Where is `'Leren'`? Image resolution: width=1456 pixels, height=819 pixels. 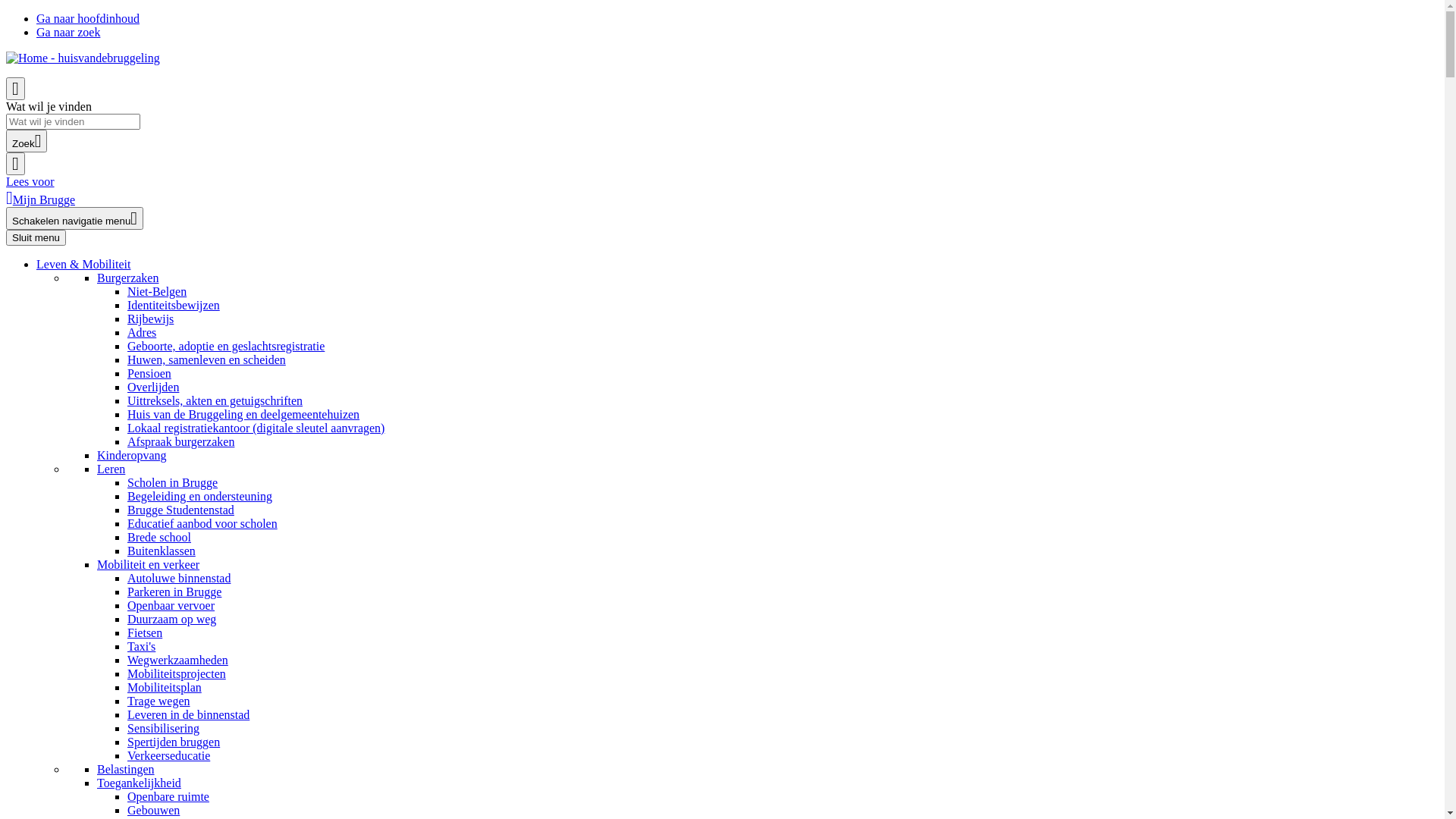 'Leren' is located at coordinates (110, 468).